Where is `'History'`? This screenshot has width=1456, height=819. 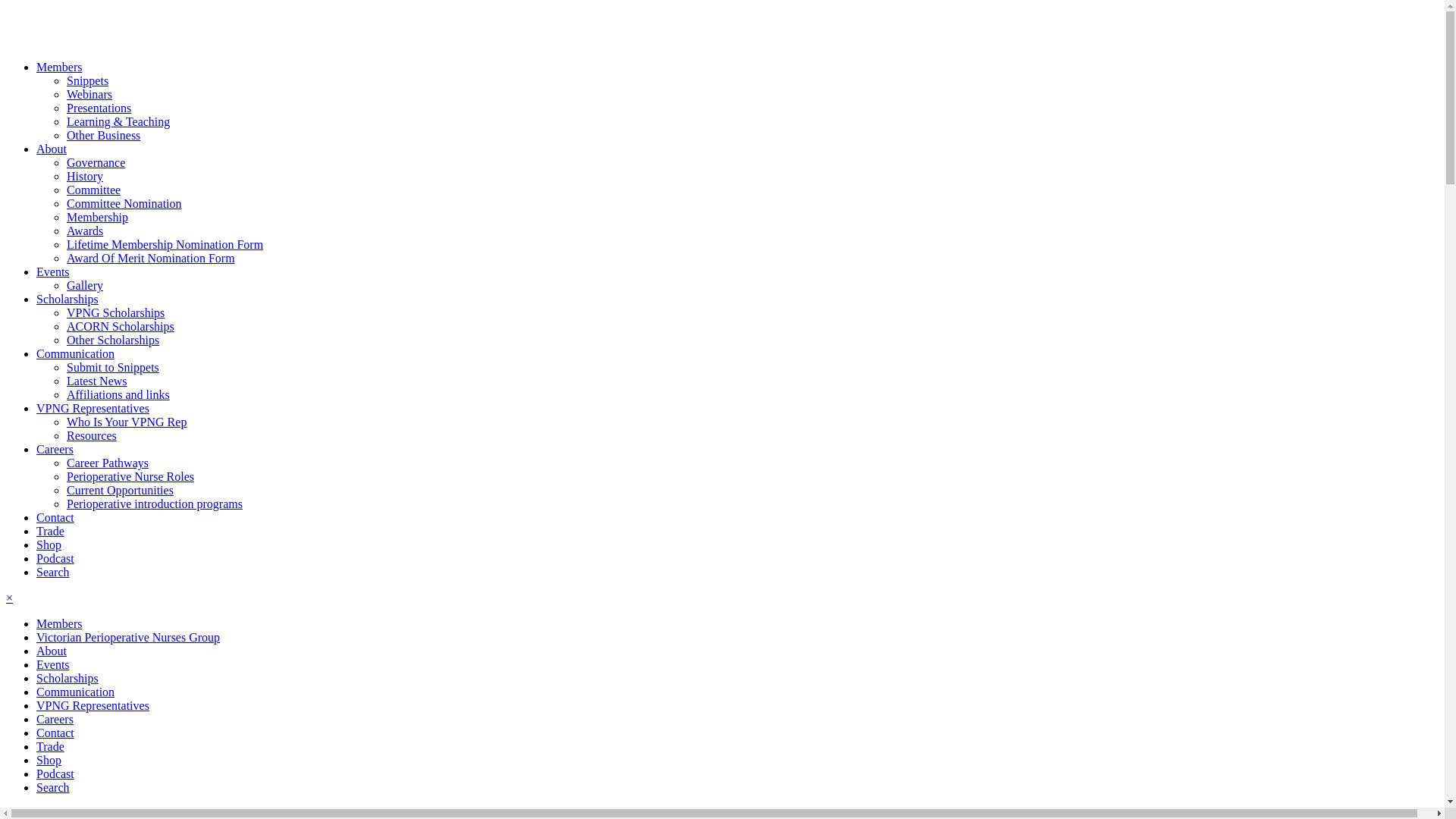
'History' is located at coordinates (83, 175).